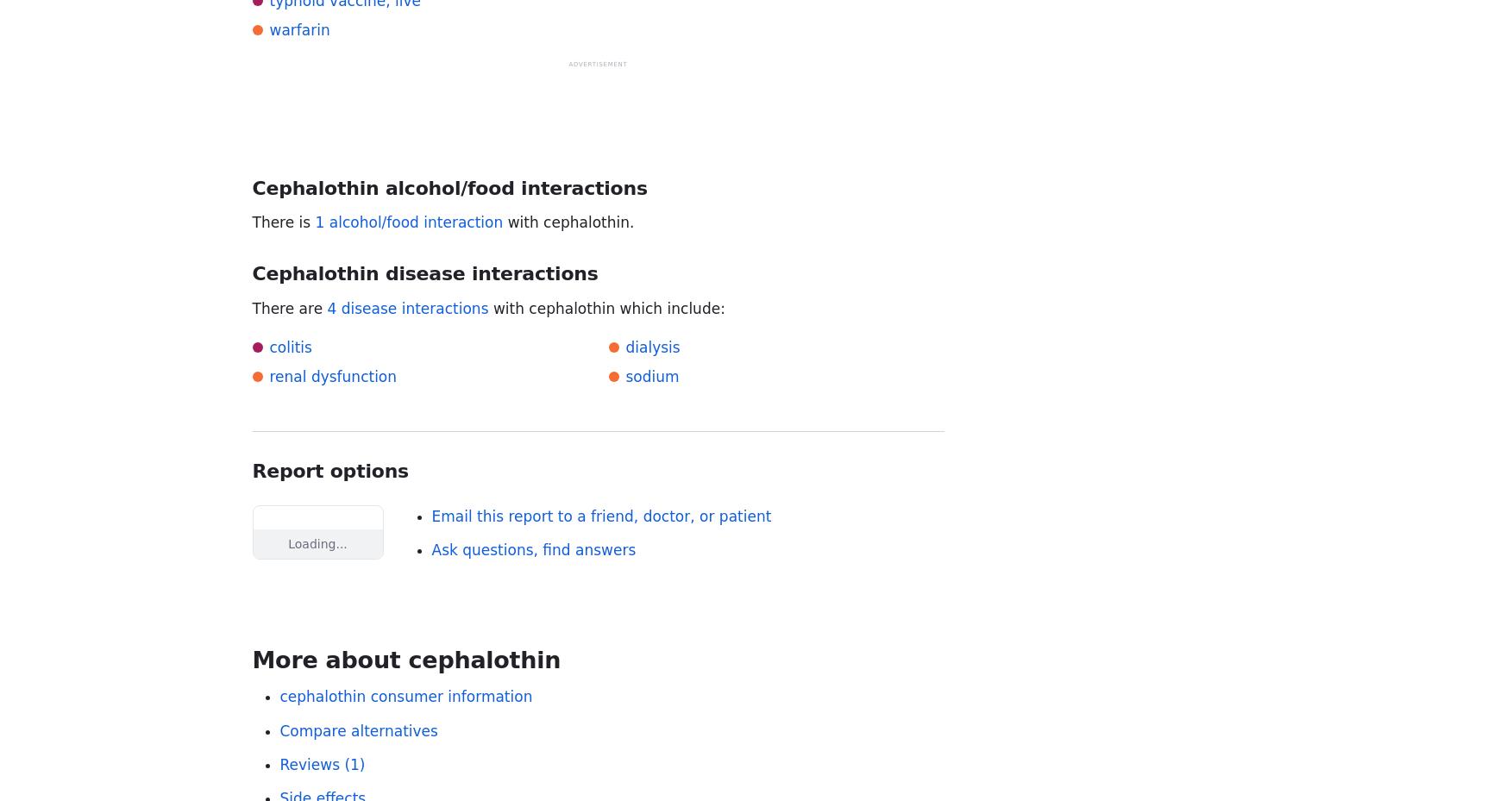 The image size is (1512, 801). Describe the element at coordinates (651, 376) in the screenshot. I see `'sodium'` at that location.